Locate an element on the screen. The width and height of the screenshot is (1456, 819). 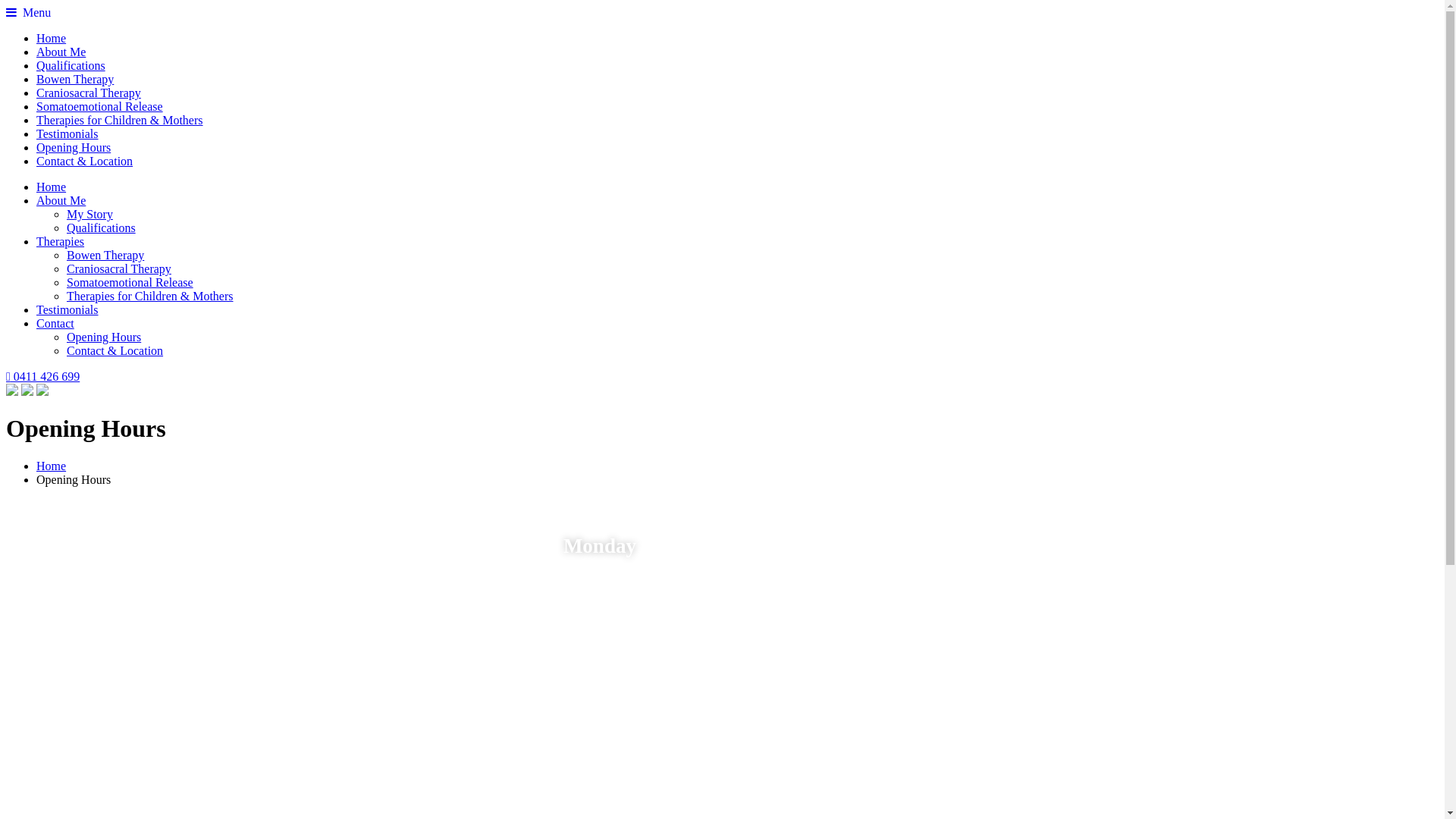
'Home' is located at coordinates (51, 465).